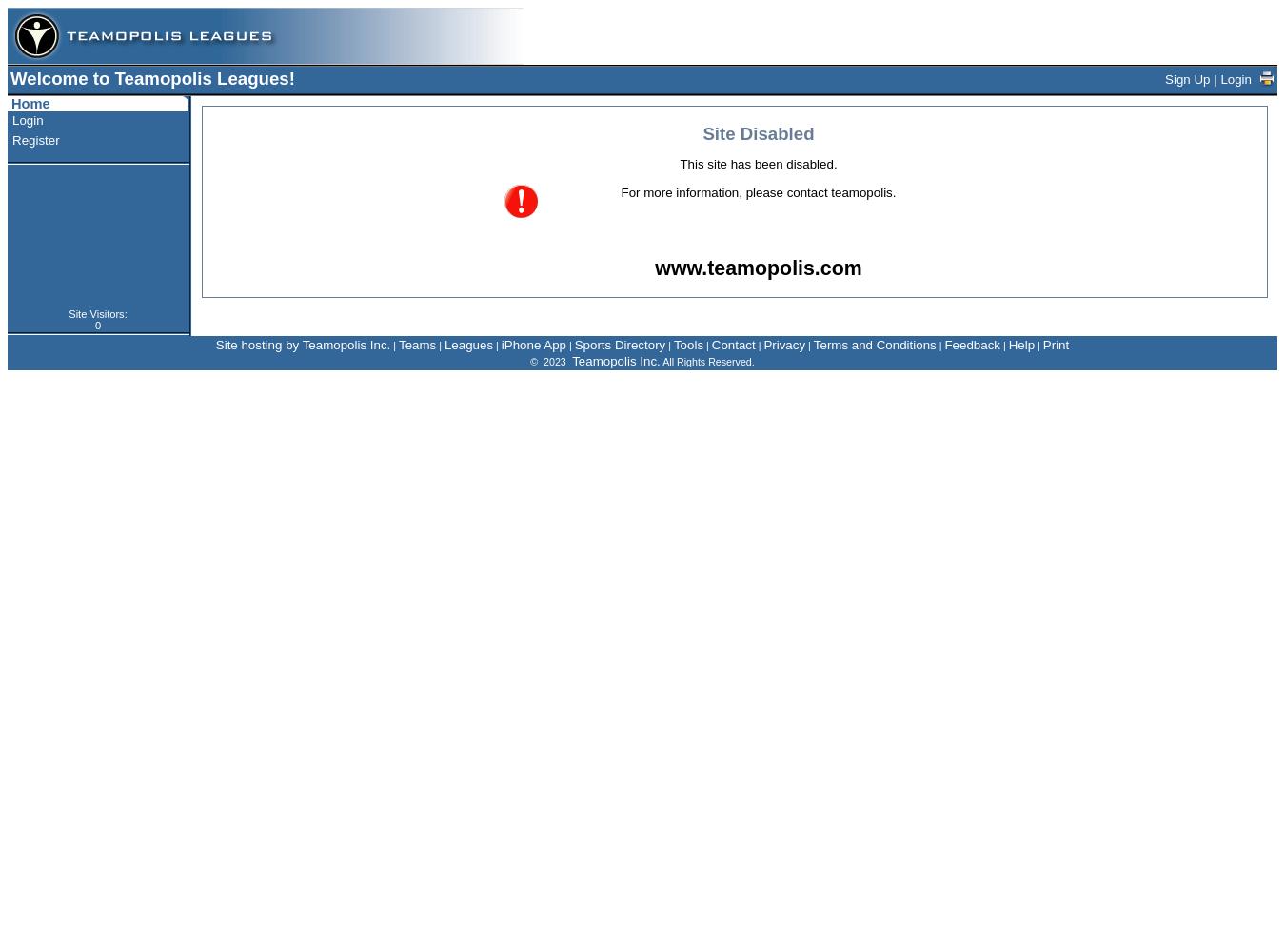 The image size is (1285, 952). What do you see at coordinates (67, 313) in the screenshot?
I see `'Site Visitors:'` at bounding box center [67, 313].